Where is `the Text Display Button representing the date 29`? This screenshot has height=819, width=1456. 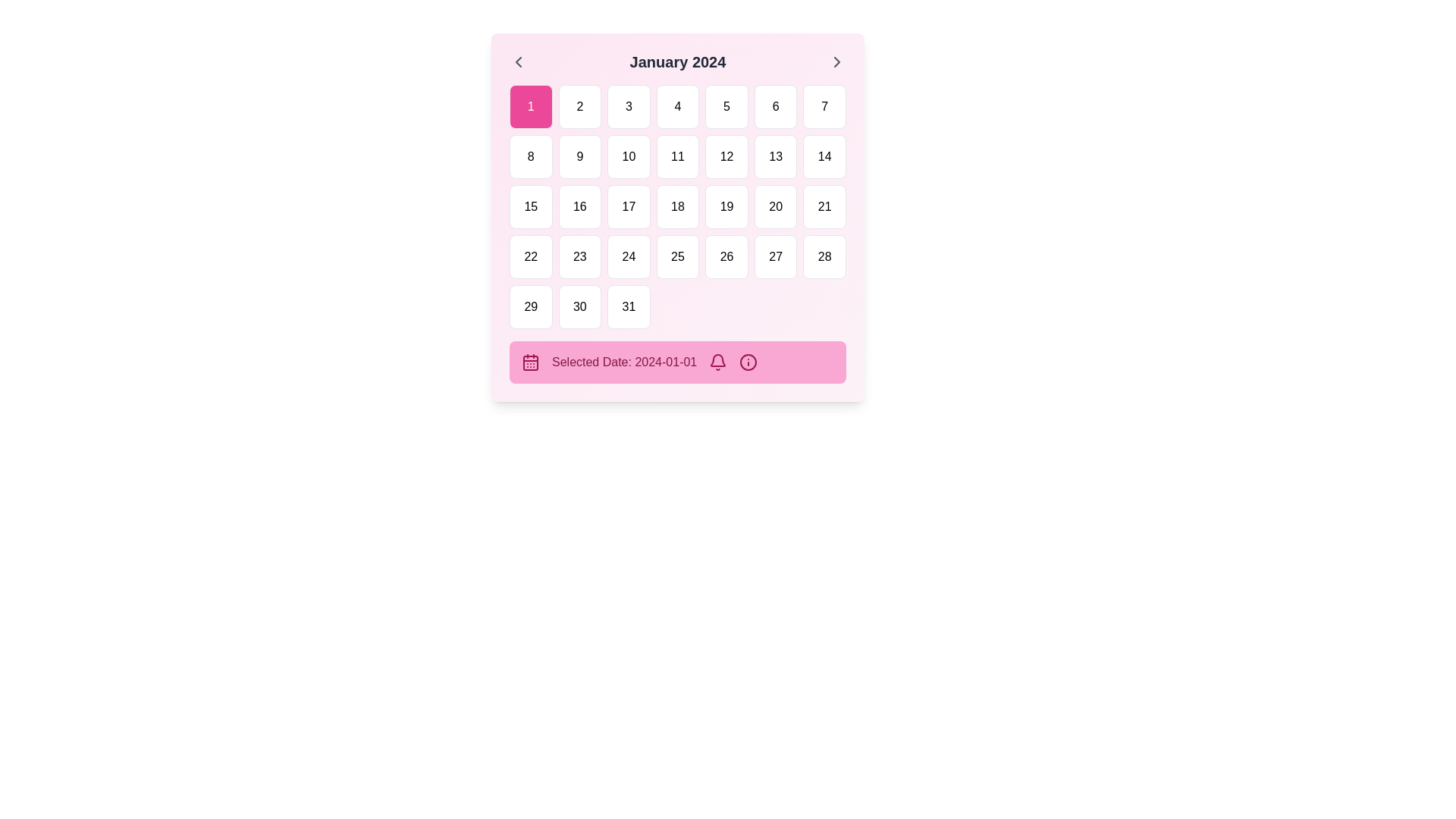 the Text Display Button representing the date 29 is located at coordinates (531, 307).